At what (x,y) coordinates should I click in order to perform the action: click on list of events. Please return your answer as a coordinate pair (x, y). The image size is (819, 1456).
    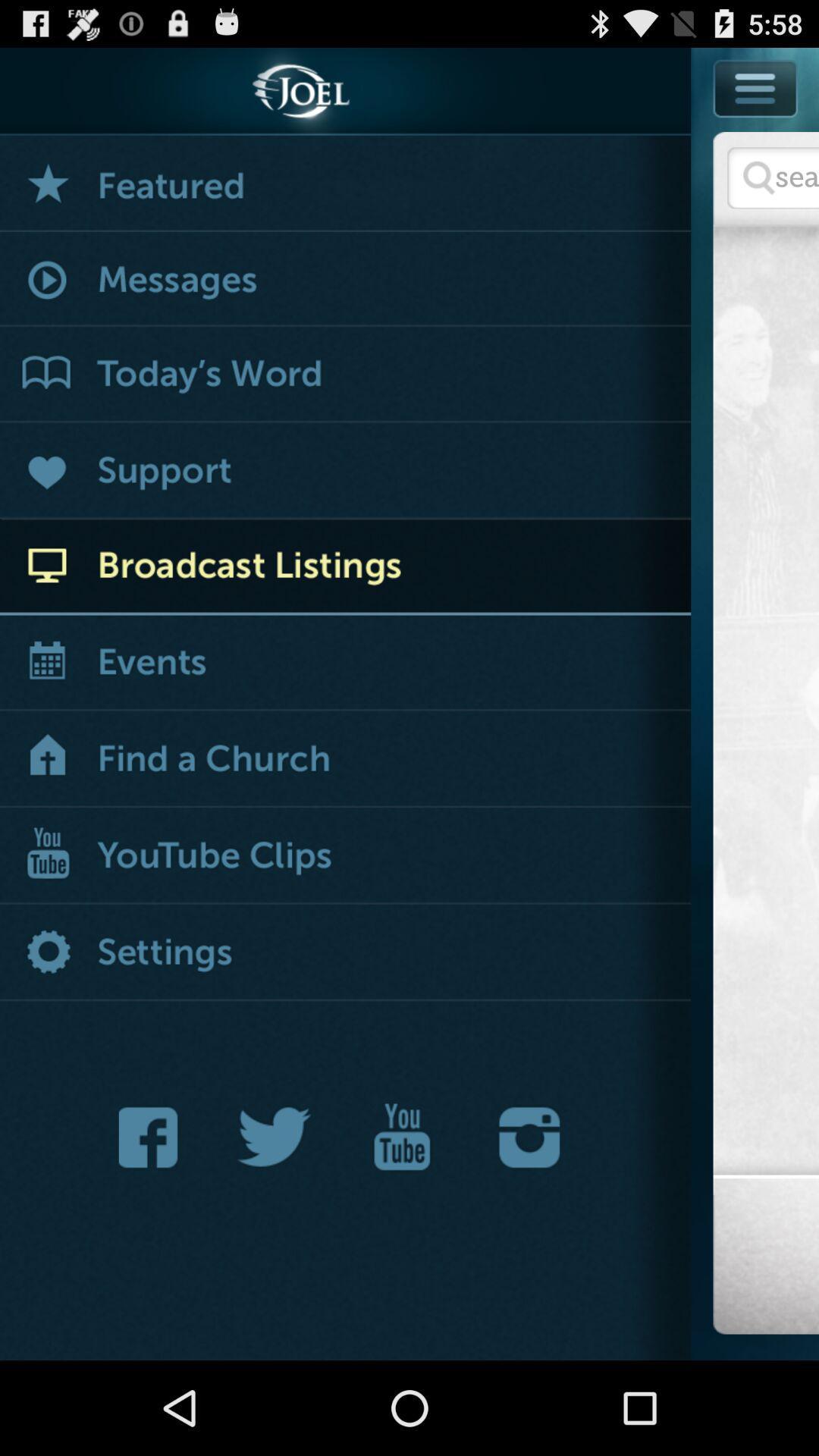
    Looking at the image, I should click on (345, 664).